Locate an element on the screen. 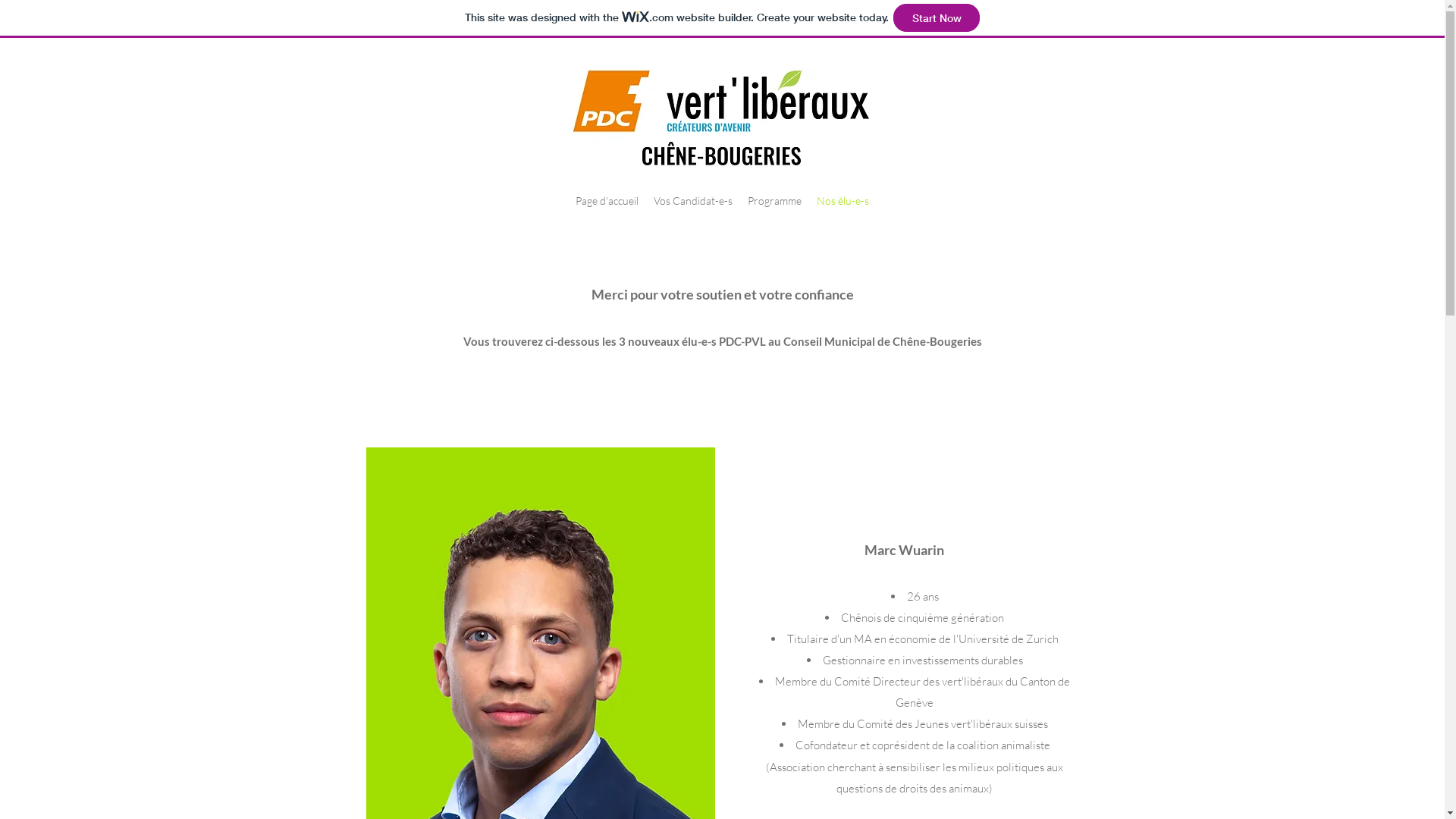 The width and height of the screenshot is (1456, 819). 'Page d'accueil' is located at coordinates (566, 200).